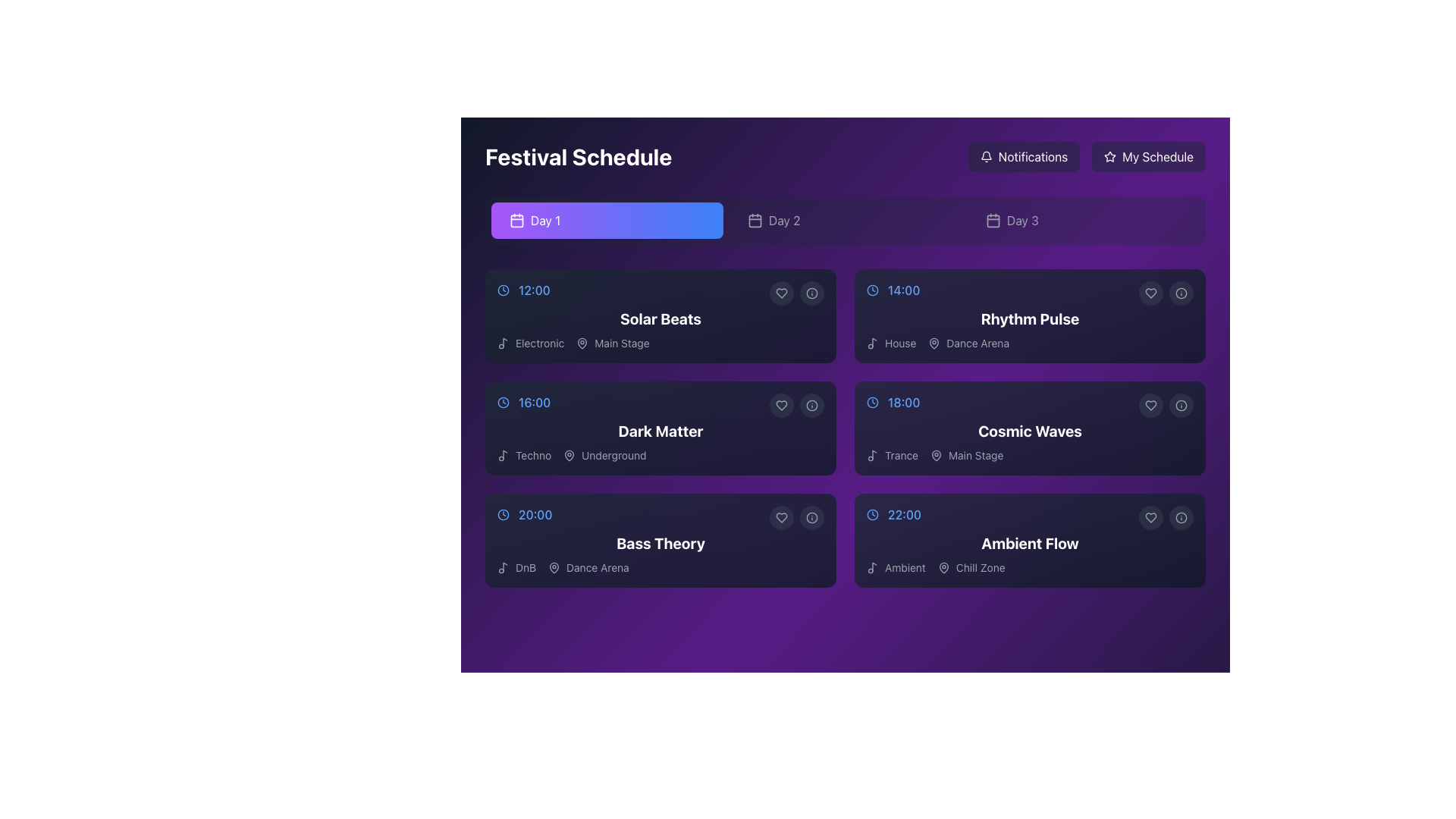 Image resolution: width=1456 pixels, height=819 pixels. Describe the element at coordinates (873, 455) in the screenshot. I see `the 'Trance' genre icon located in the 'Cosmic Waves' card at 18:00` at that location.